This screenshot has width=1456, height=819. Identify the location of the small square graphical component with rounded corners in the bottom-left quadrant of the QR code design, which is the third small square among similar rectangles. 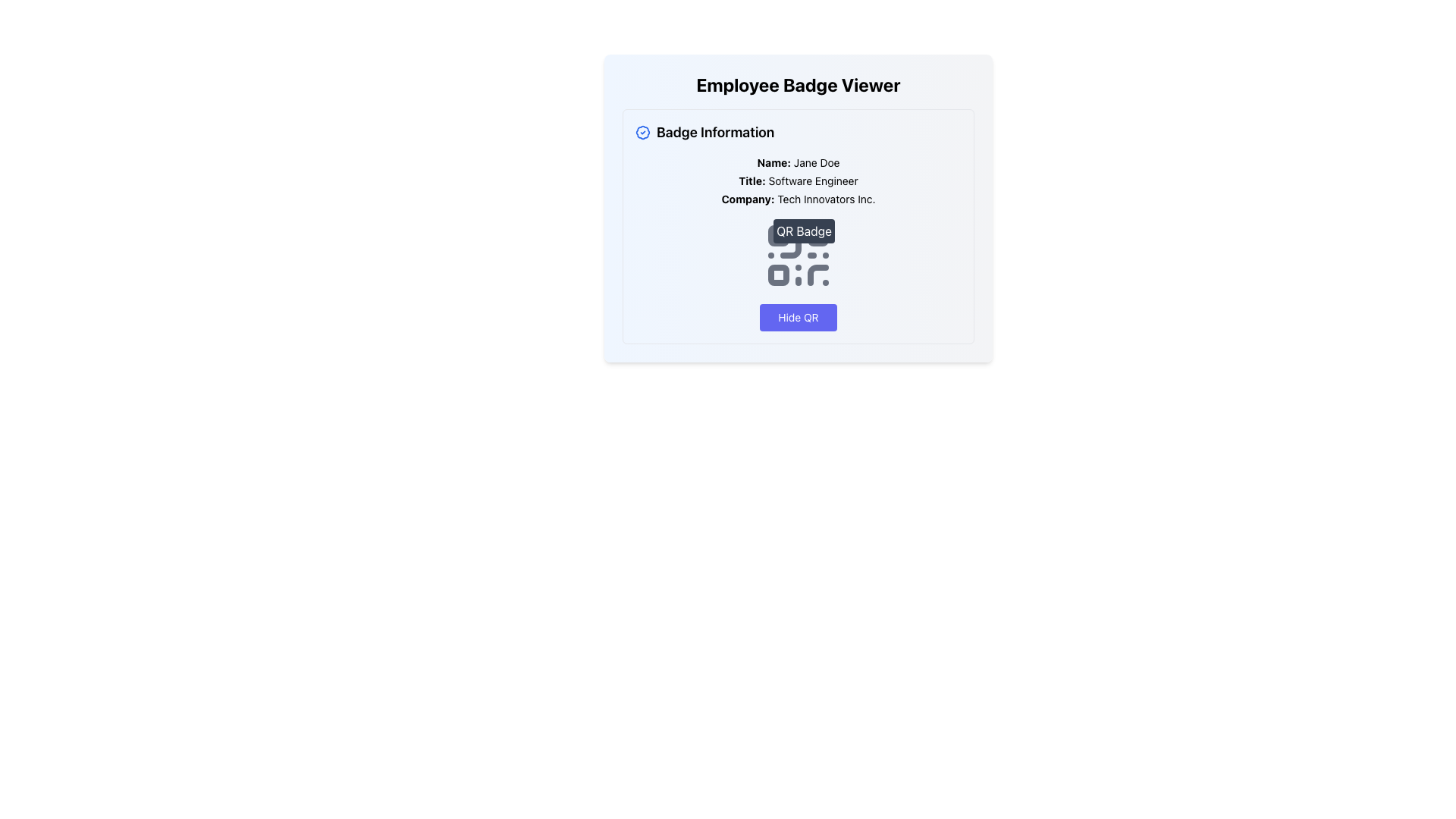
(779, 275).